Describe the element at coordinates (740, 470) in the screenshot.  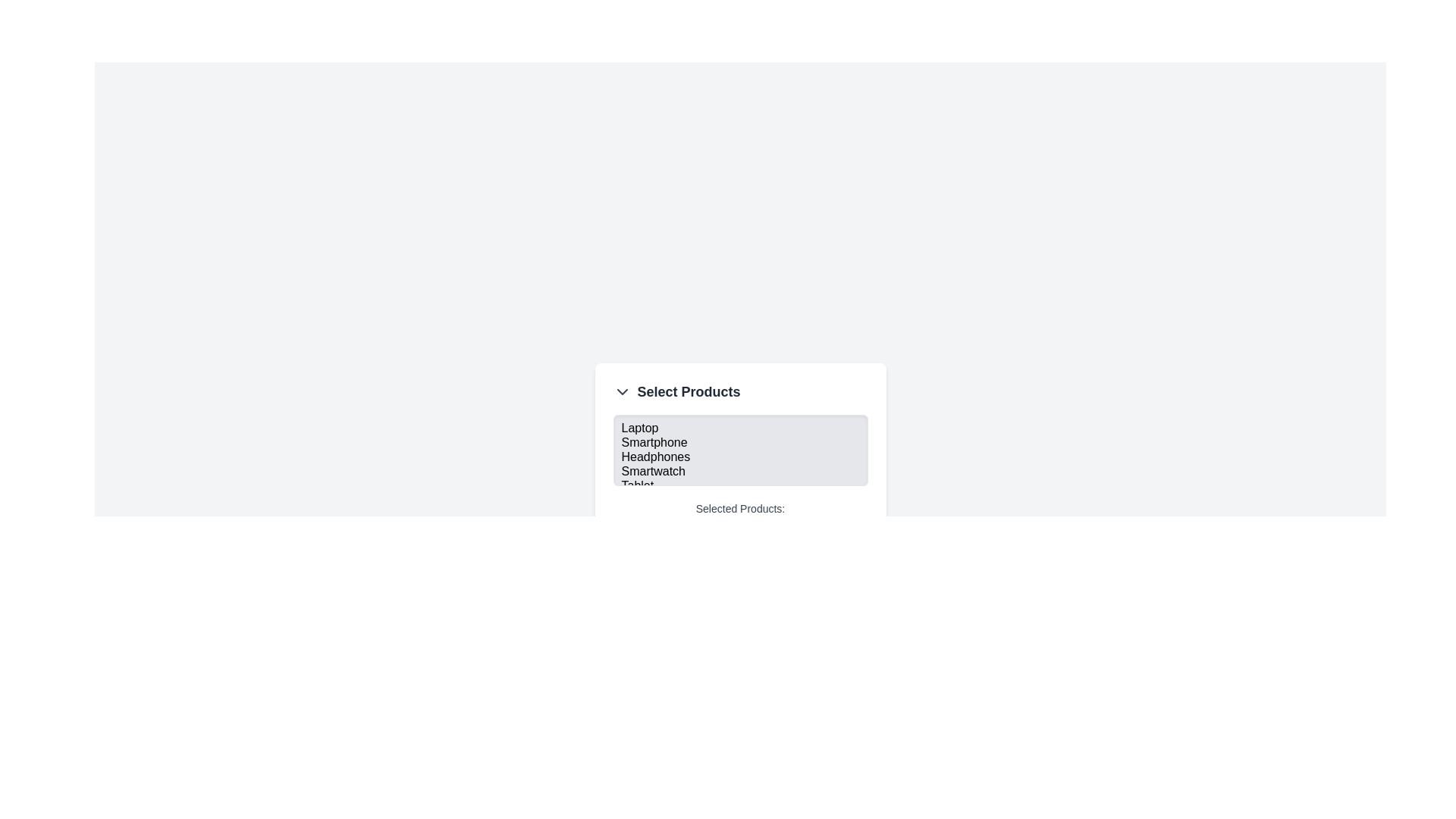
I see `the selectable list or dropdown menu containing product names` at that location.